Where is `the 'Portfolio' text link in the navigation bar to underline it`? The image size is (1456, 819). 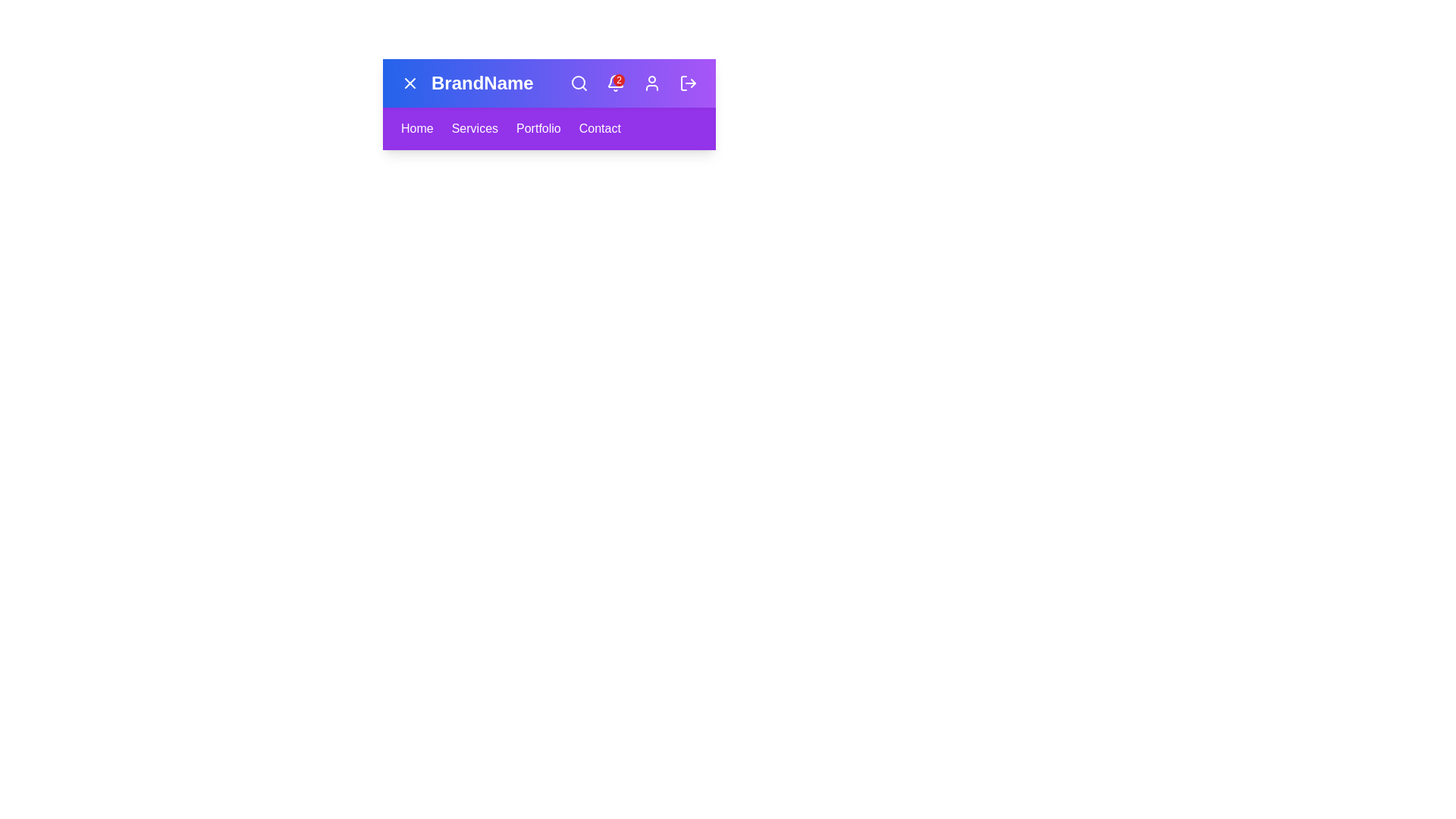 the 'Portfolio' text link in the navigation bar to underline it is located at coordinates (538, 127).